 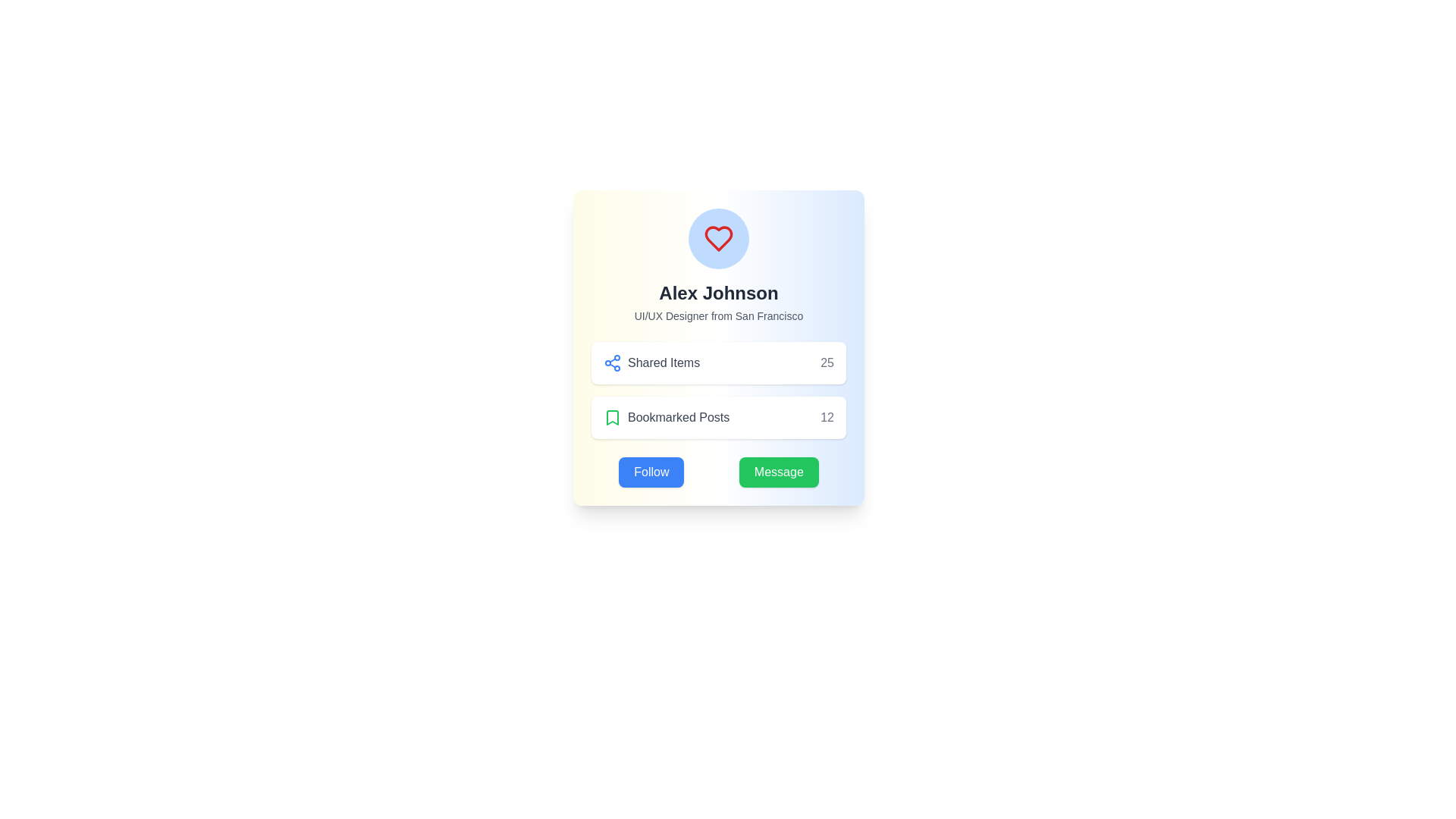 What do you see at coordinates (651, 472) in the screenshot?
I see `the blue 'Follow' button with white text` at bounding box center [651, 472].